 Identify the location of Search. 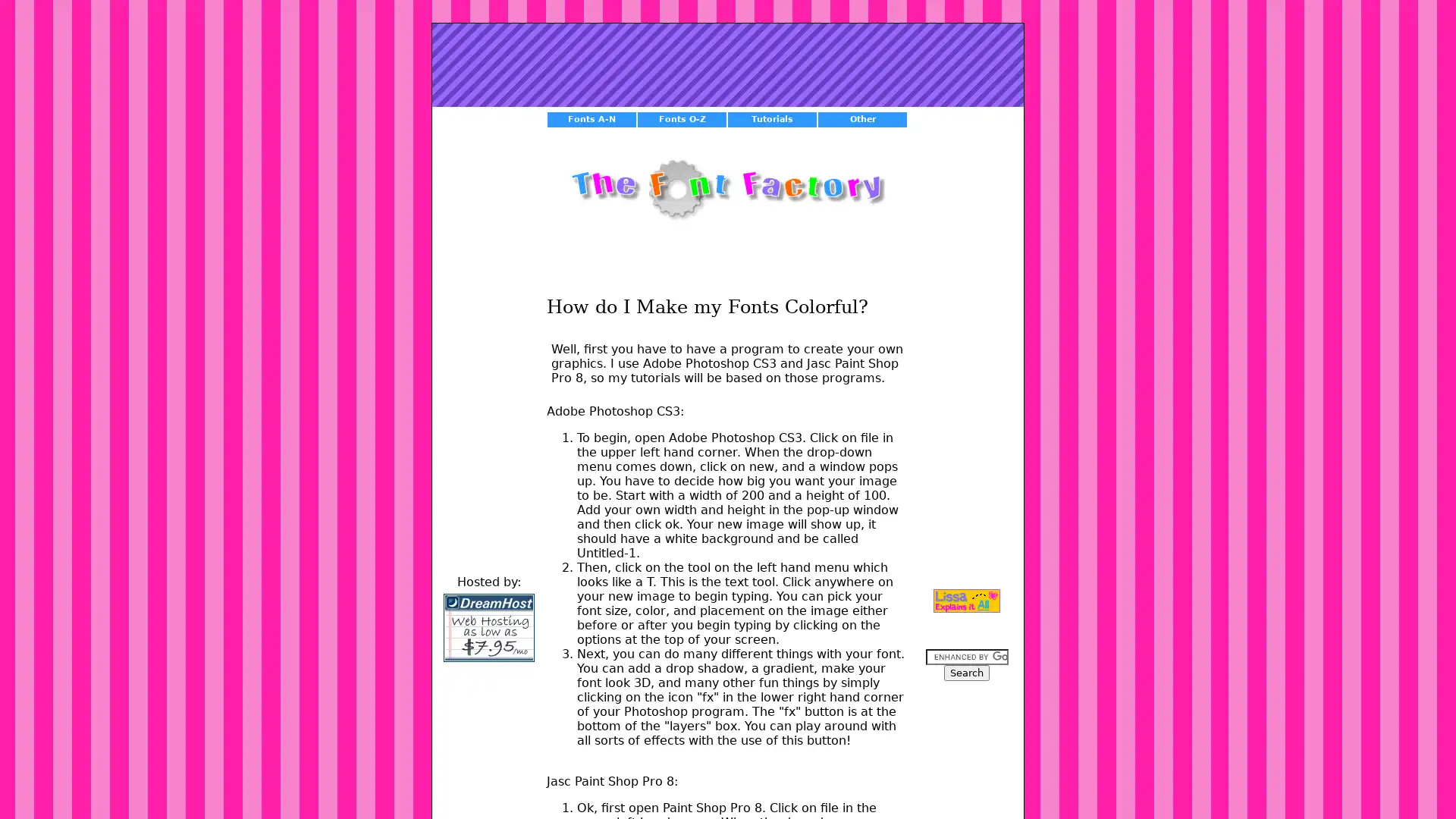
(966, 672).